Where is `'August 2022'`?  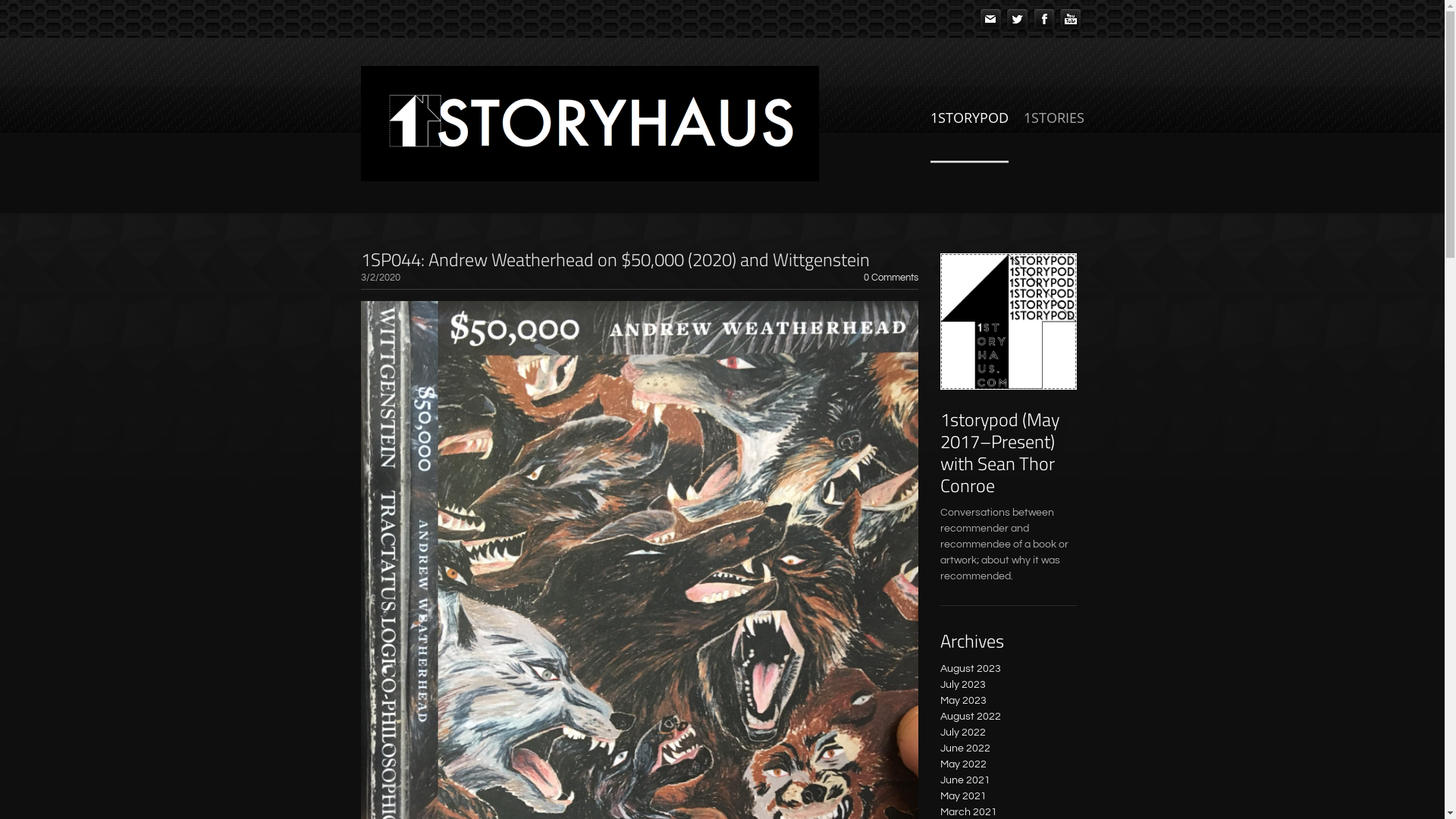
'August 2022' is located at coordinates (971, 717).